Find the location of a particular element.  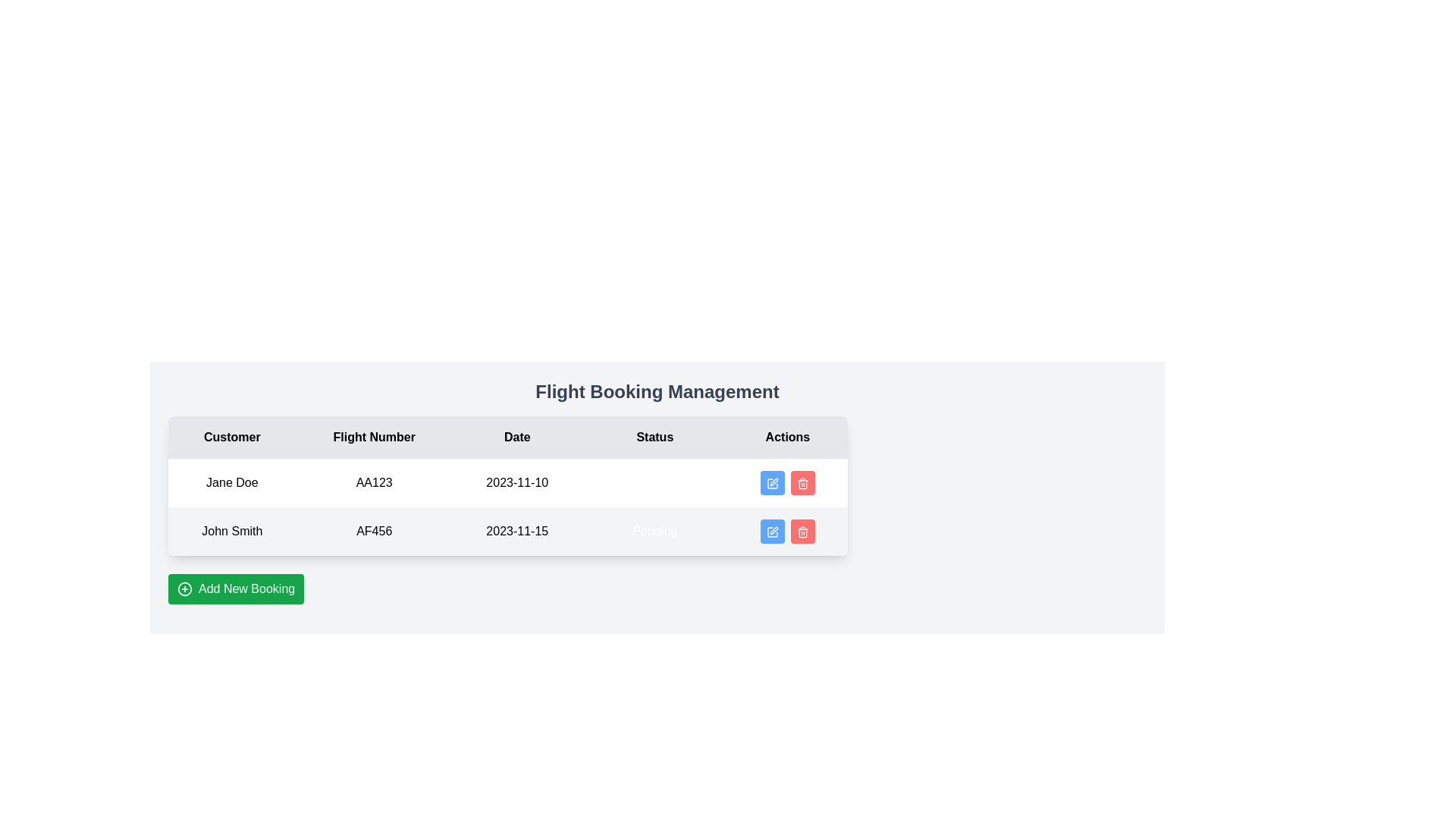

the text label displaying the customer's name in the first row of the booking management table is located at coordinates (231, 482).